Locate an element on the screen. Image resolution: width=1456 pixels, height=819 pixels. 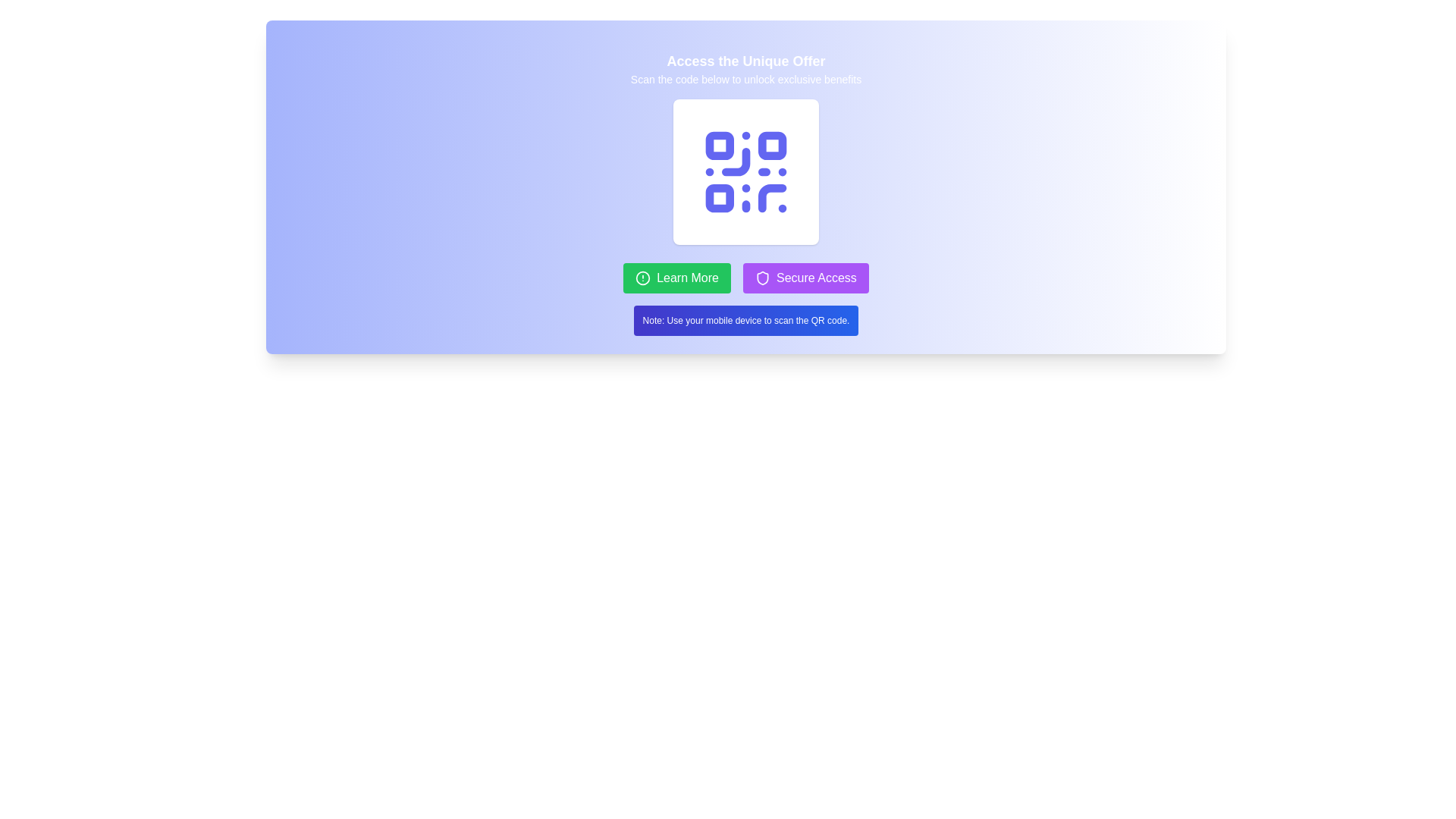
the 'Secure Access' button which contains the security icon, positioned at the center-left of the button is located at coordinates (763, 278).